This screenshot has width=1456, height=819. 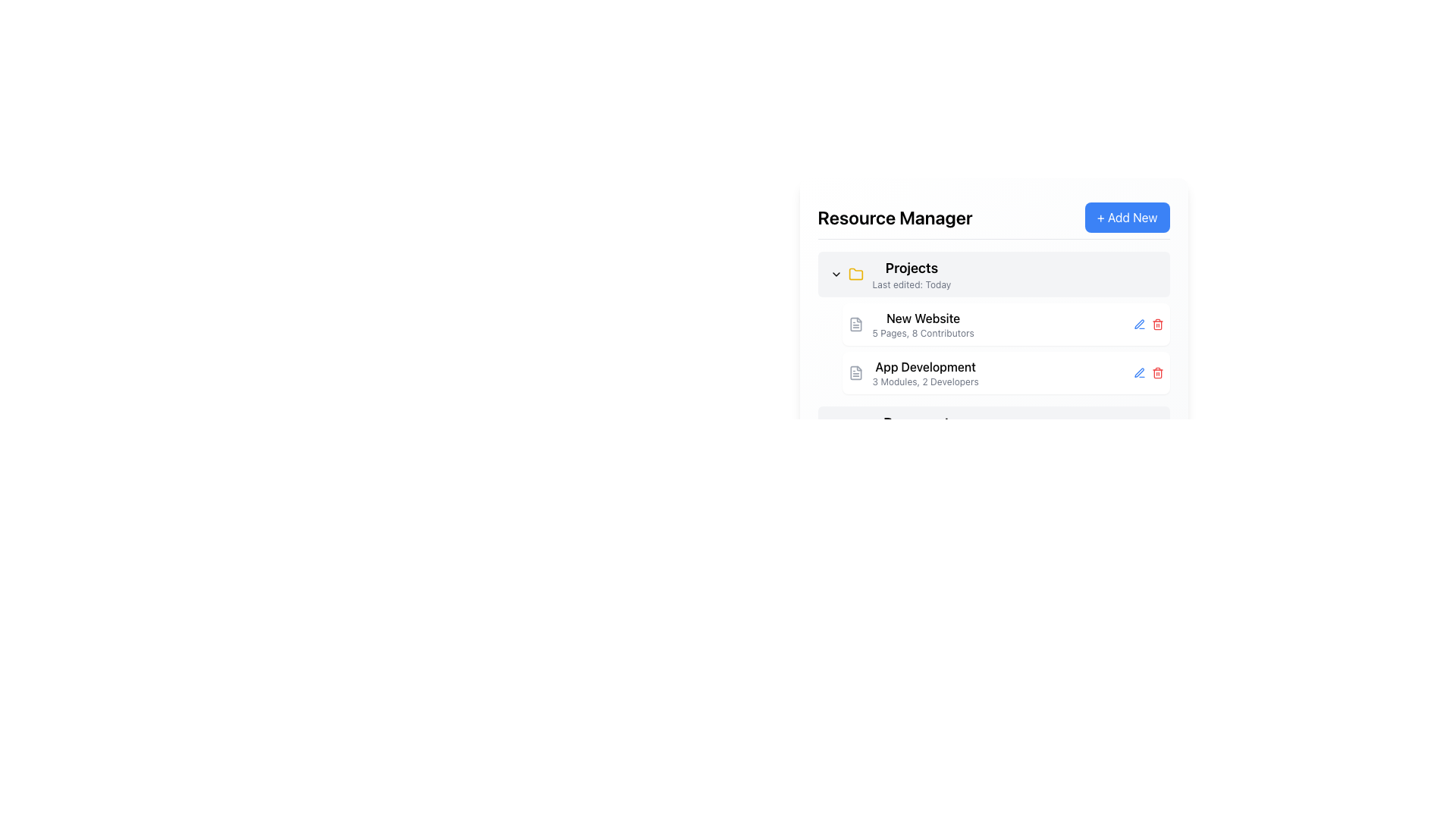 What do you see at coordinates (911, 275) in the screenshot?
I see `the text header element titled 'Projects'` at bounding box center [911, 275].